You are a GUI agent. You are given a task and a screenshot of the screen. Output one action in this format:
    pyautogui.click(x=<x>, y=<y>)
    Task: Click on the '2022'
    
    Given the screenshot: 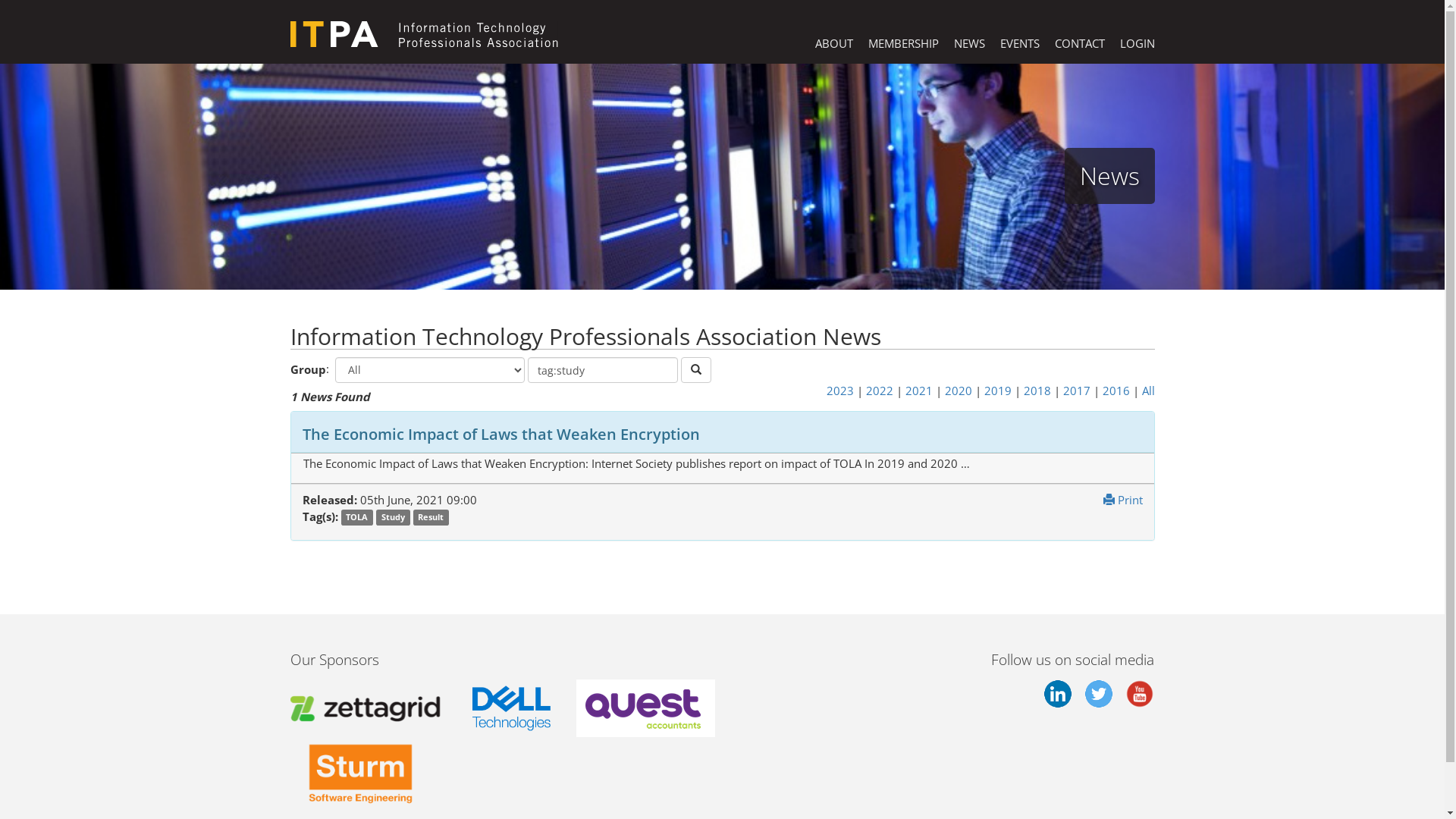 What is the action you would take?
    pyautogui.click(x=866, y=390)
    